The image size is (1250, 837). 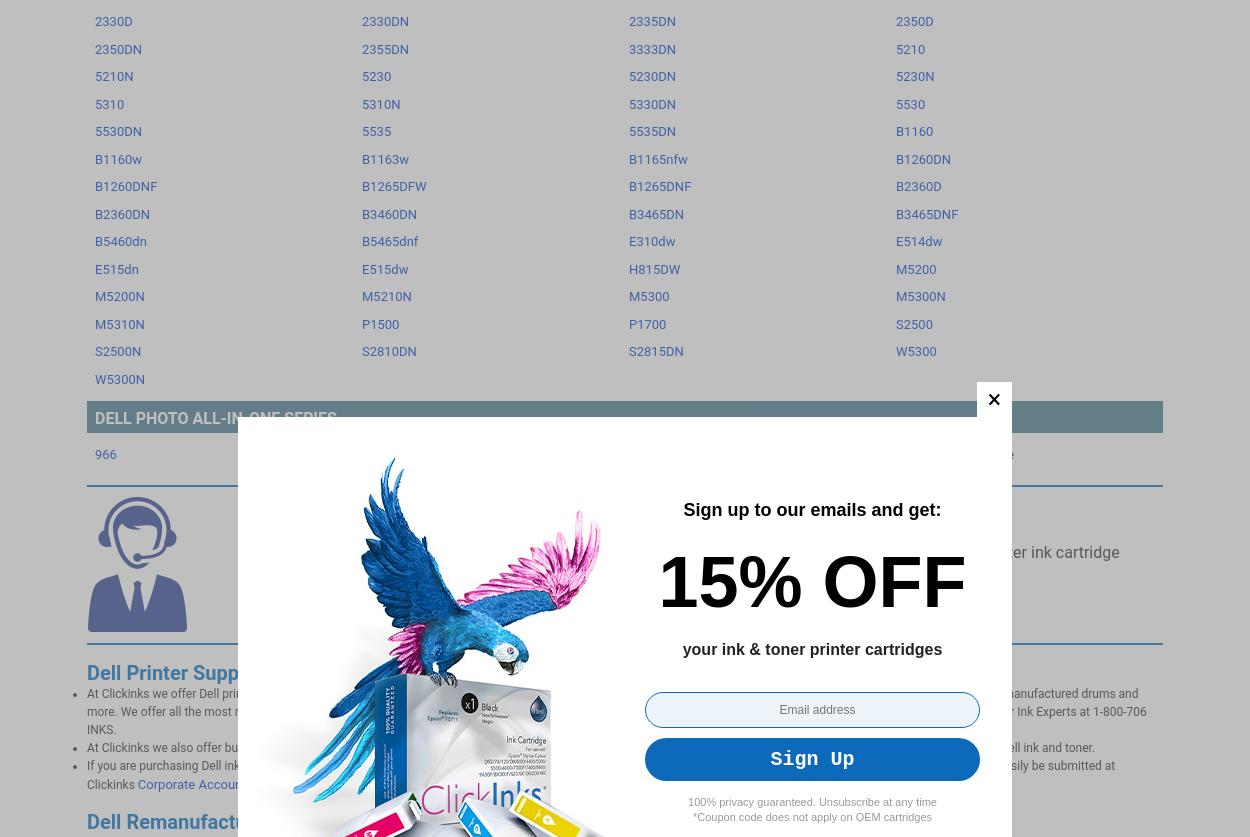 I want to click on 'Affiliate Program', so click(x=687, y=30).